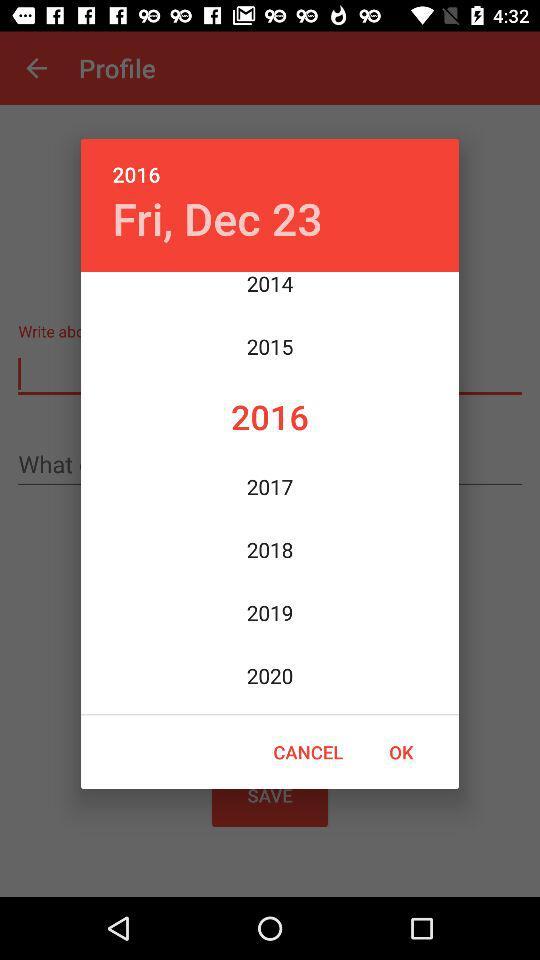  What do you see at coordinates (308, 751) in the screenshot?
I see `icon next to the ok icon` at bounding box center [308, 751].